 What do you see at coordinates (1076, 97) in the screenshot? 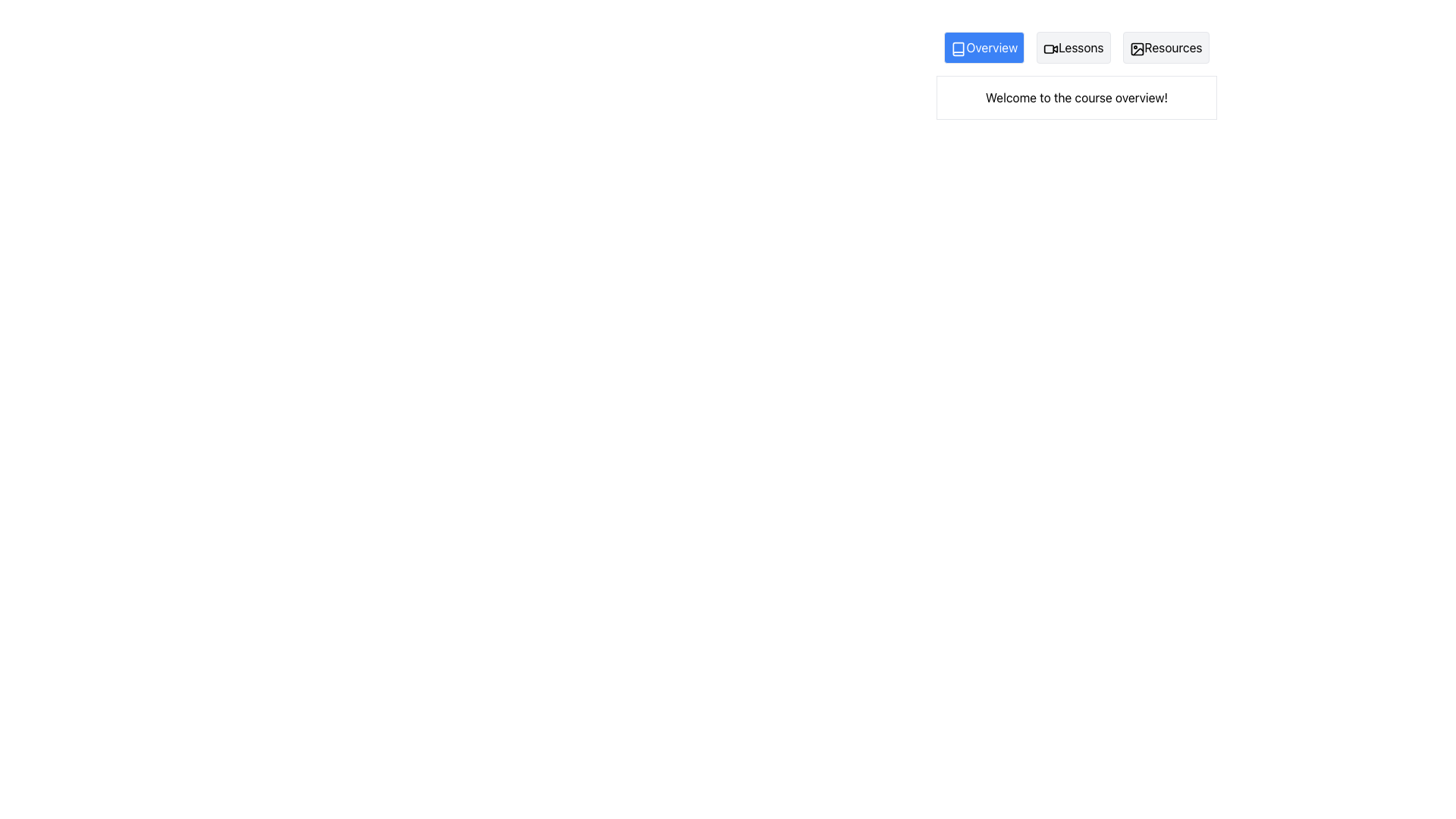
I see `the non-interactive Text Label that greets users and provides context for the current section, located below the buttons 'Overview', 'Lessons', and 'Resources'` at bounding box center [1076, 97].